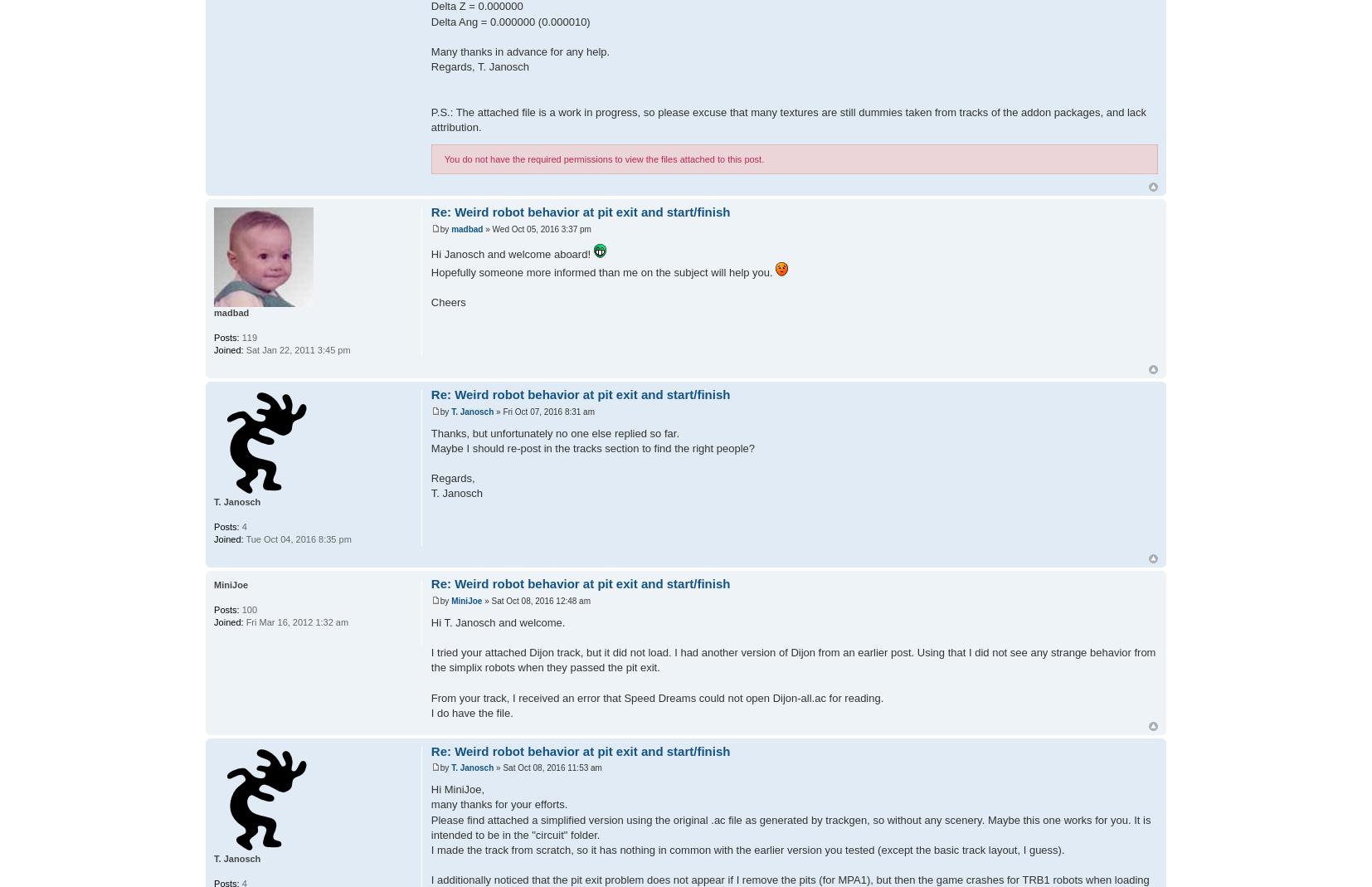  What do you see at coordinates (431, 826) in the screenshot?
I see `'Please find attached a simplified version using the original .ac file as generated by trackgen, so without any scenery. Maybe this one works for you. It is intended to be in the "circuit" folder.'` at bounding box center [431, 826].